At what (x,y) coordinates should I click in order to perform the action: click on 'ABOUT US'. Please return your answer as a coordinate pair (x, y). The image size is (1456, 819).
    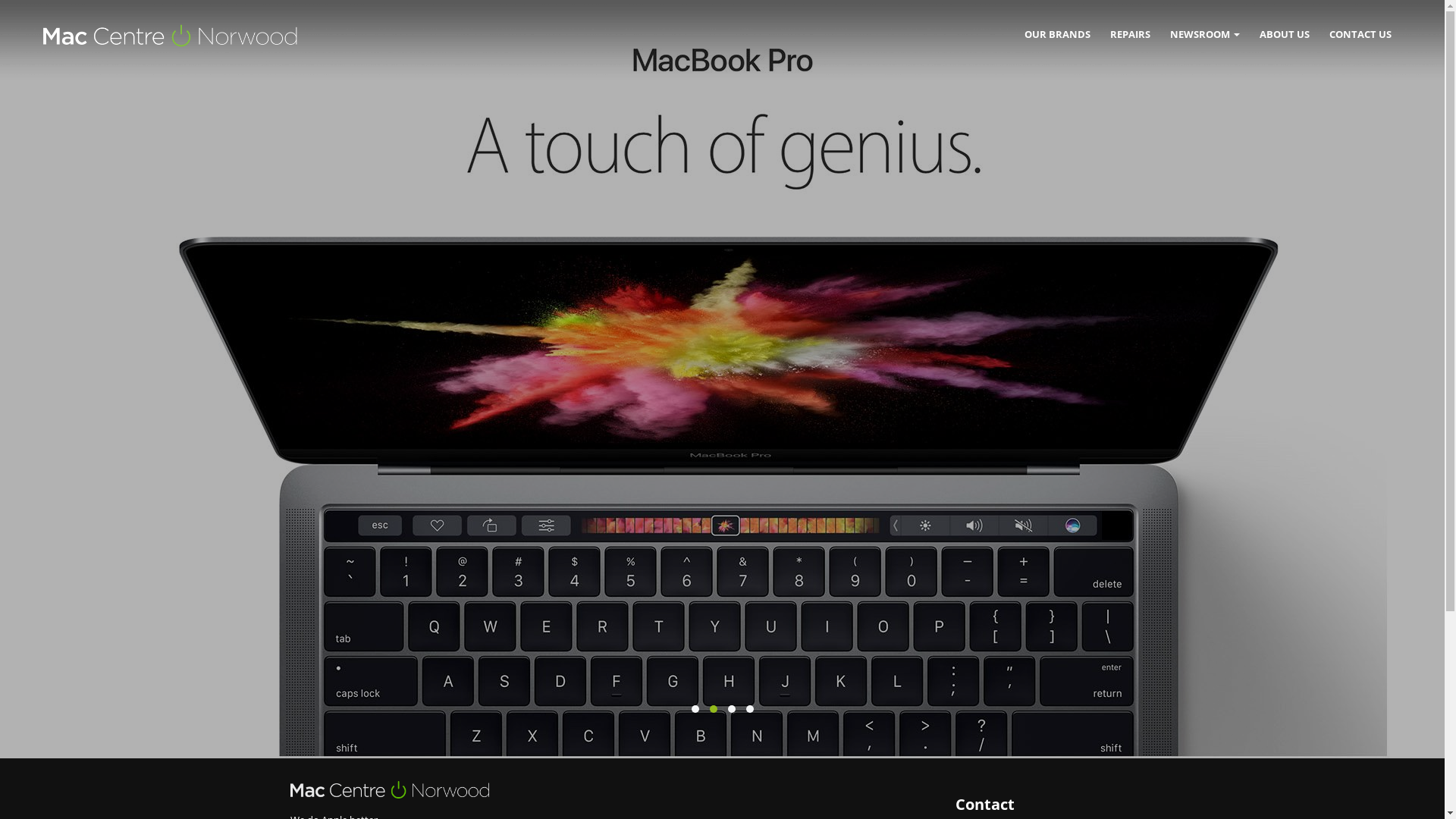
    Looking at the image, I should click on (1284, 34).